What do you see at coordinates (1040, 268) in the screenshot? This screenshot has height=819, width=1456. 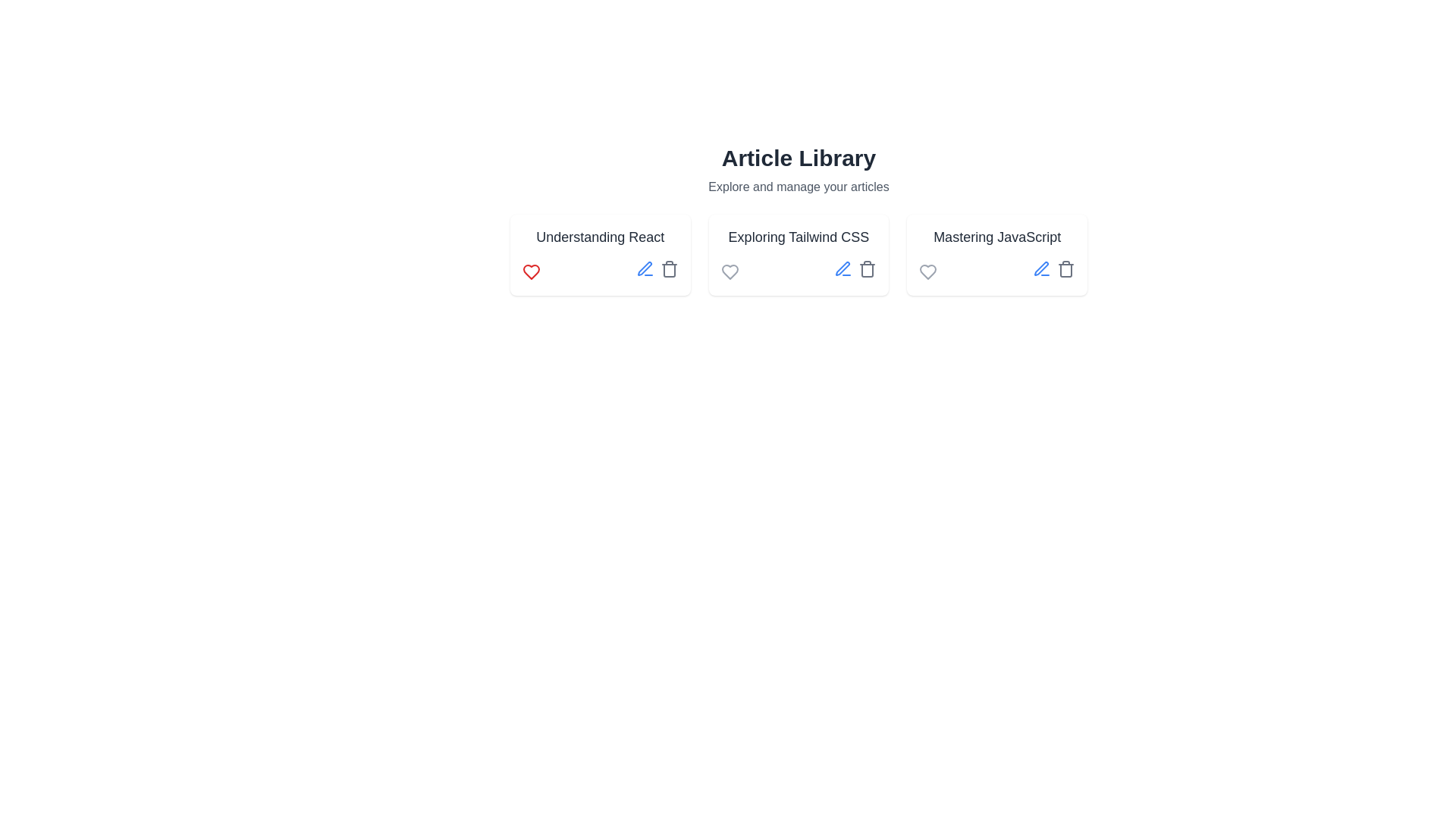 I see `the stylized pen icon with a blue outline, which represents editing functionality` at bounding box center [1040, 268].